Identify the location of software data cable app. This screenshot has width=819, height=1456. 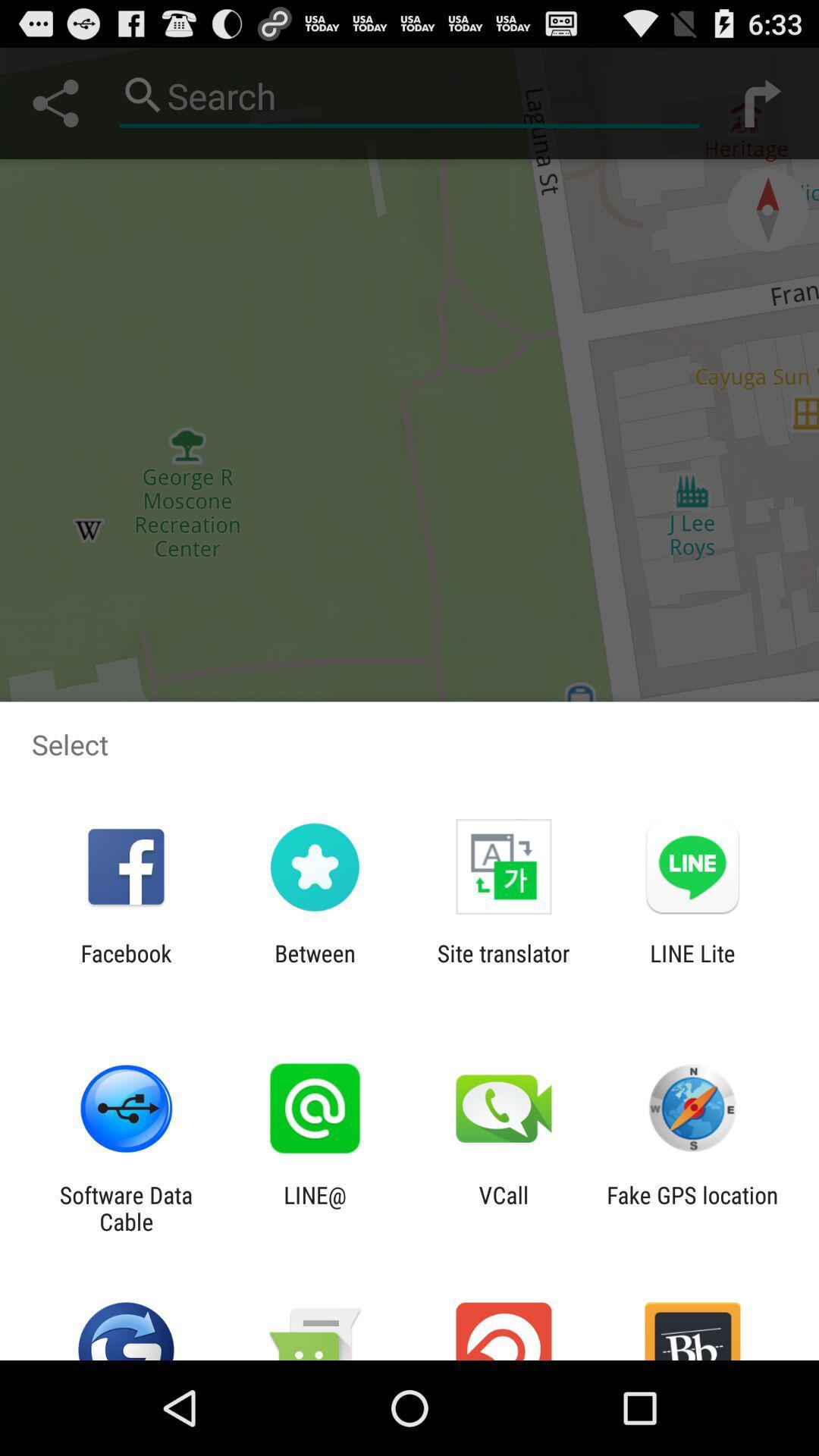
(125, 1207).